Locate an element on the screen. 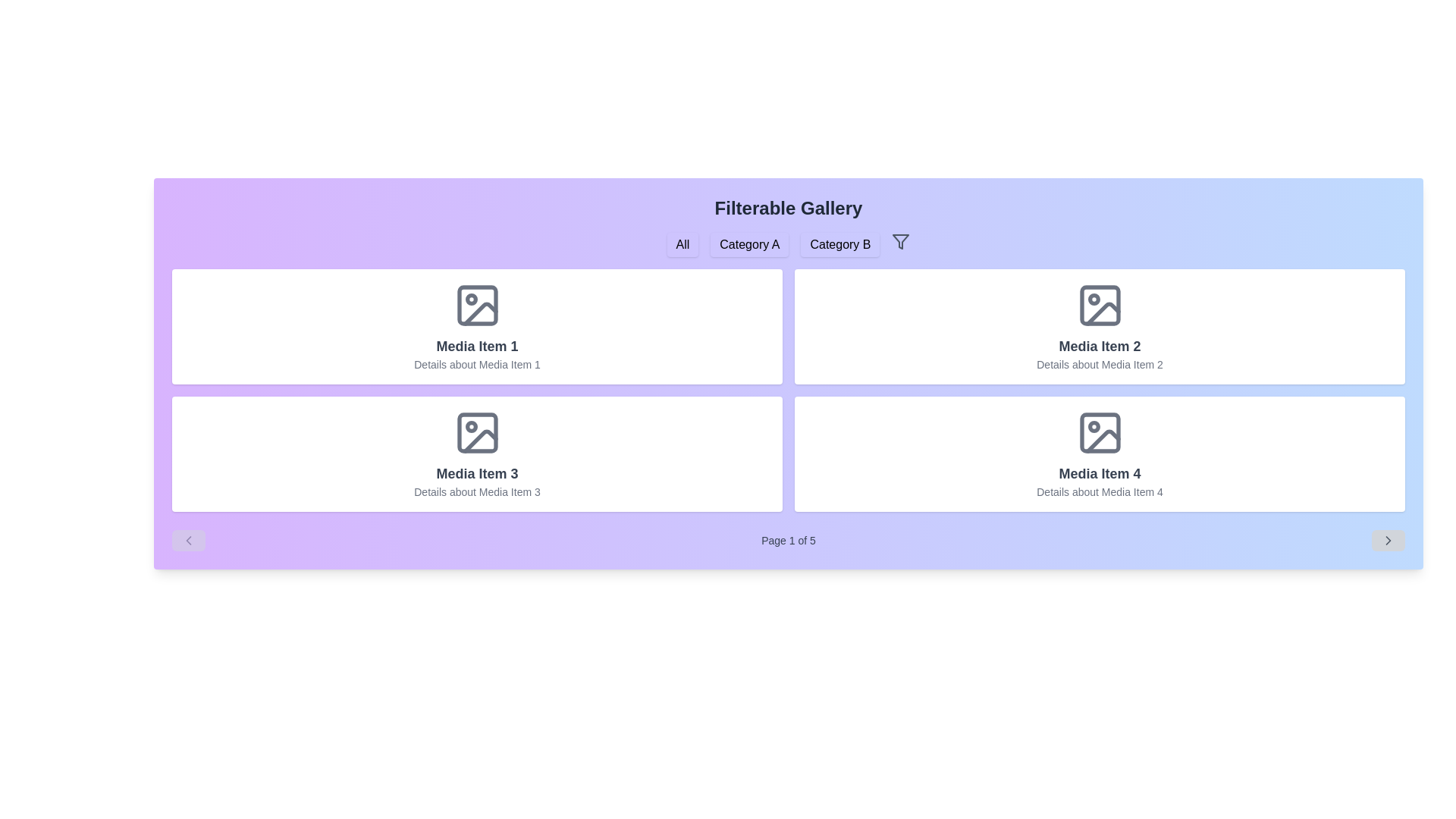  icon of the media item display card located at the top-left corner of the grid layout, which includes a title, description, and icon is located at coordinates (476, 326).